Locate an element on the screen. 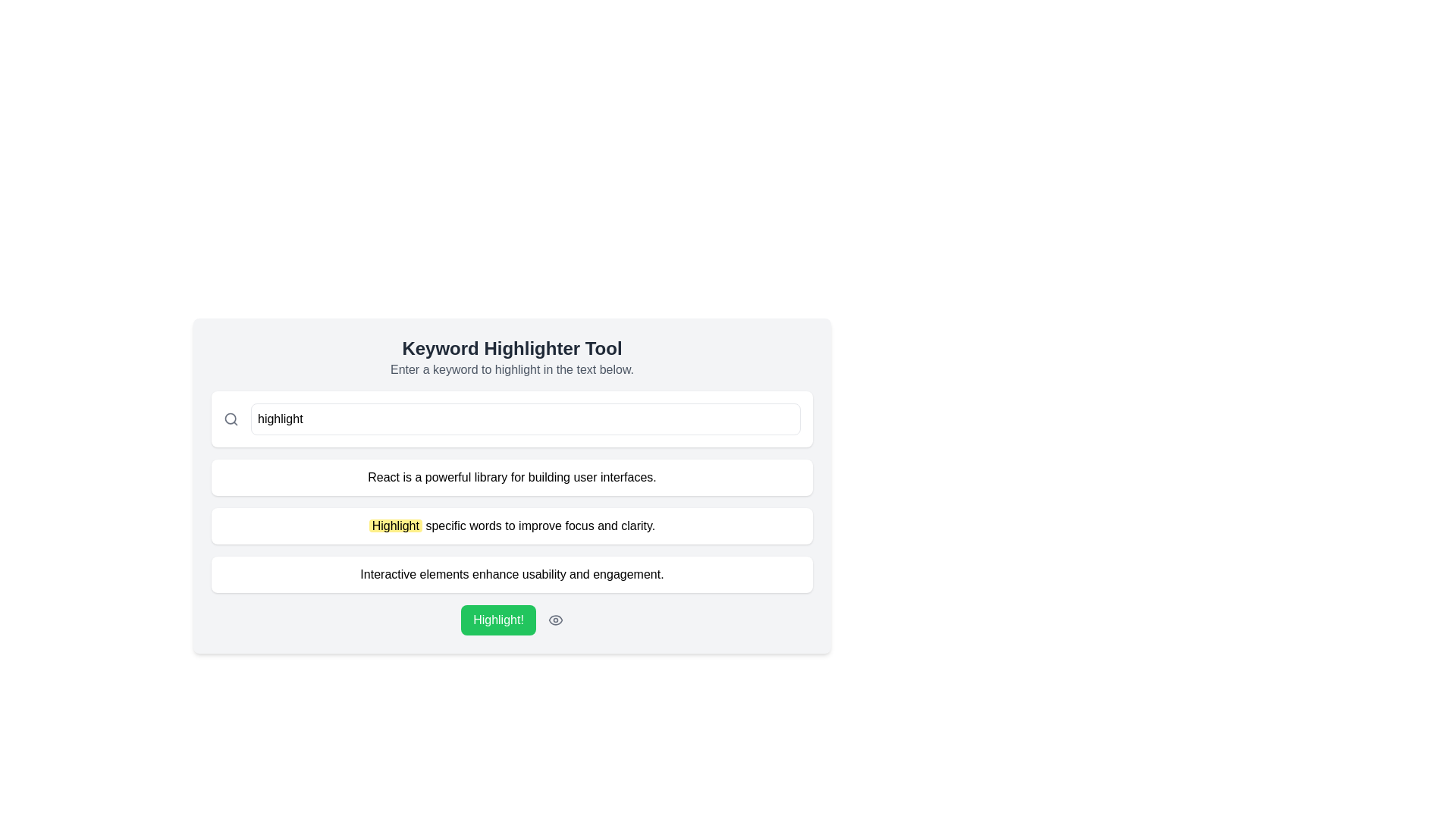  the circular search icon element located within the input field section at the top of the interface is located at coordinates (230, 419).